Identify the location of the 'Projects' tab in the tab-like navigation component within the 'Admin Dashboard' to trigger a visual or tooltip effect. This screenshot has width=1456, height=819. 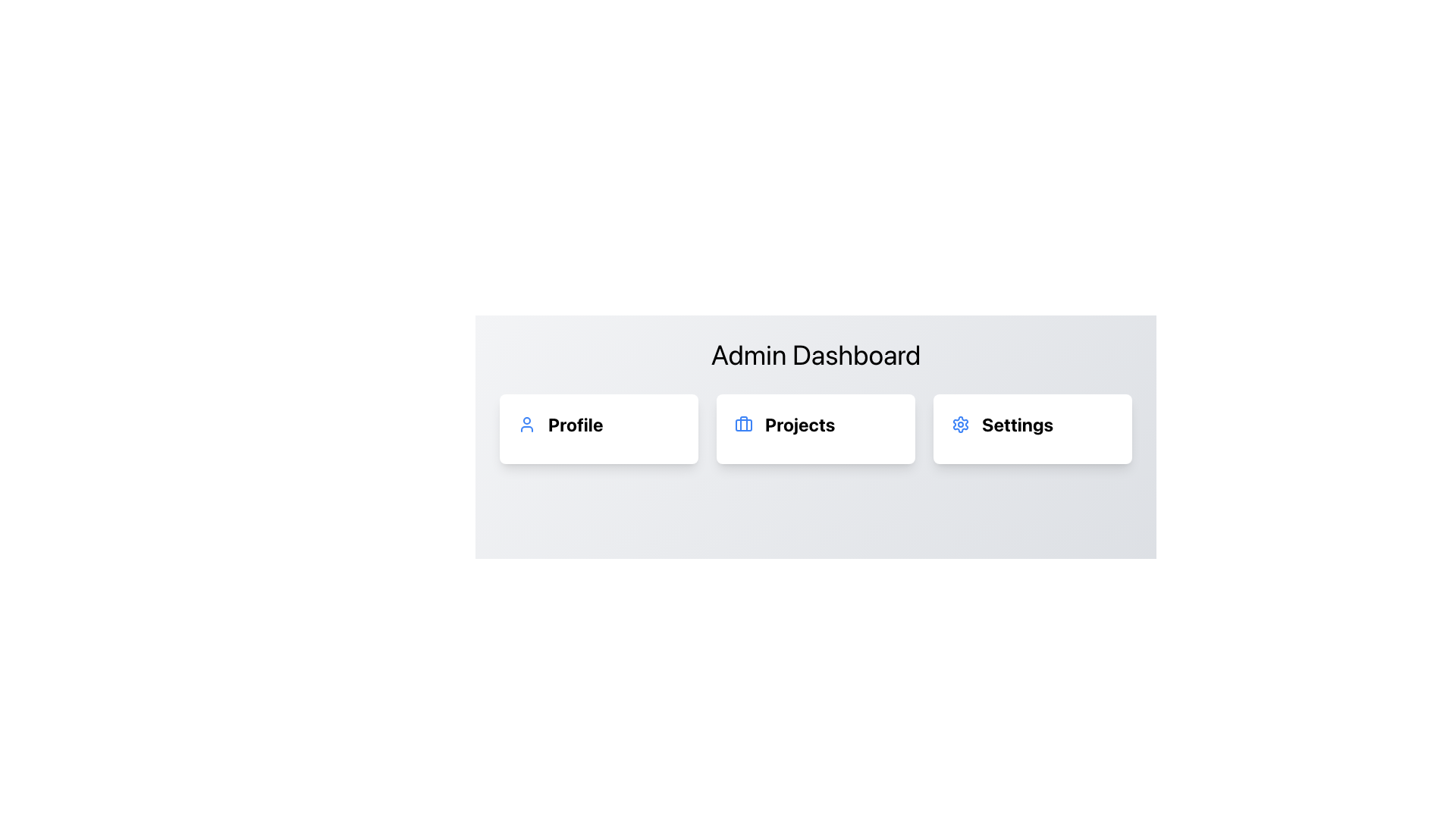
(814, 429).